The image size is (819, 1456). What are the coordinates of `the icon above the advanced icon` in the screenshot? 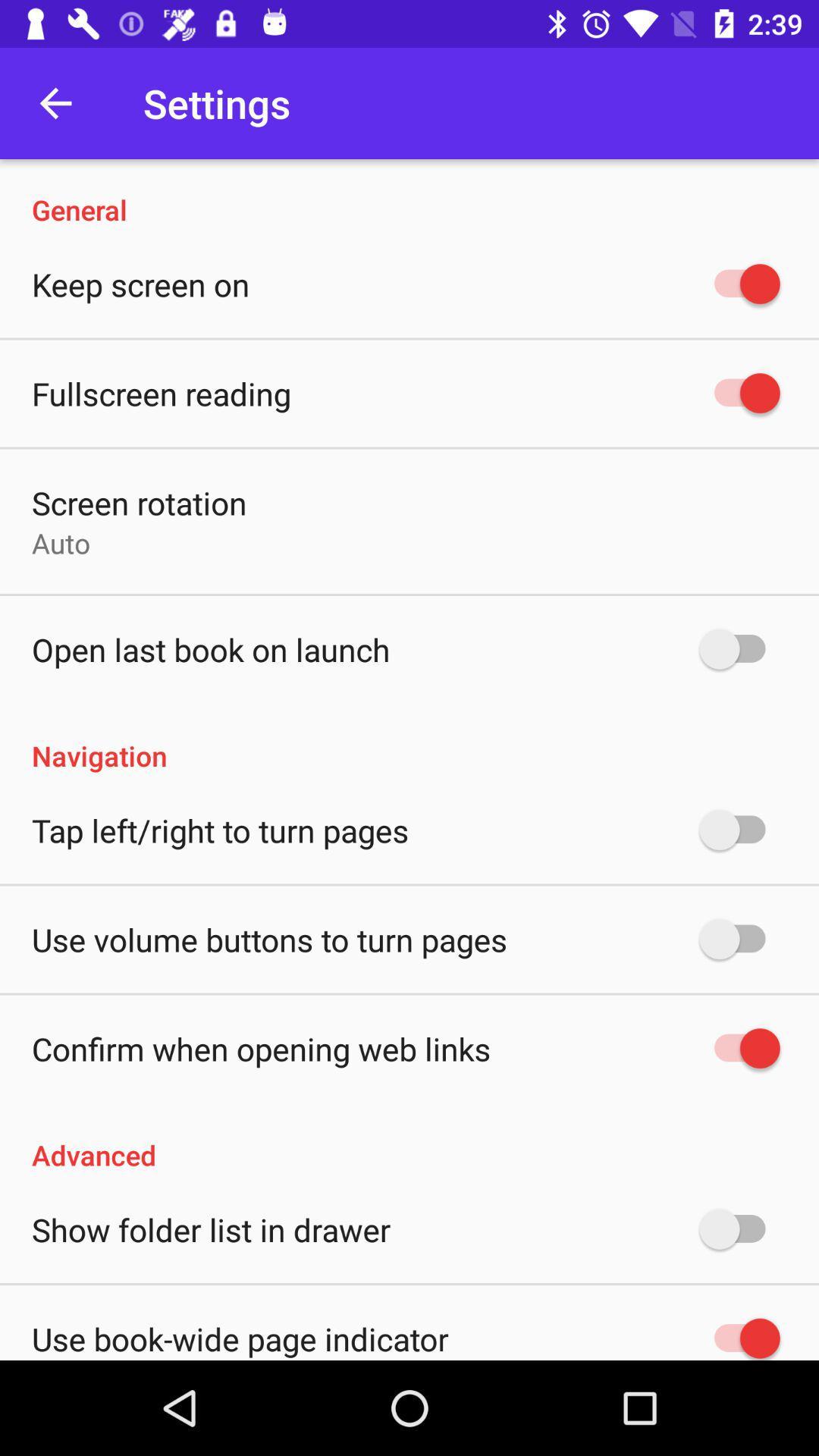 It's located at (260, 1047).